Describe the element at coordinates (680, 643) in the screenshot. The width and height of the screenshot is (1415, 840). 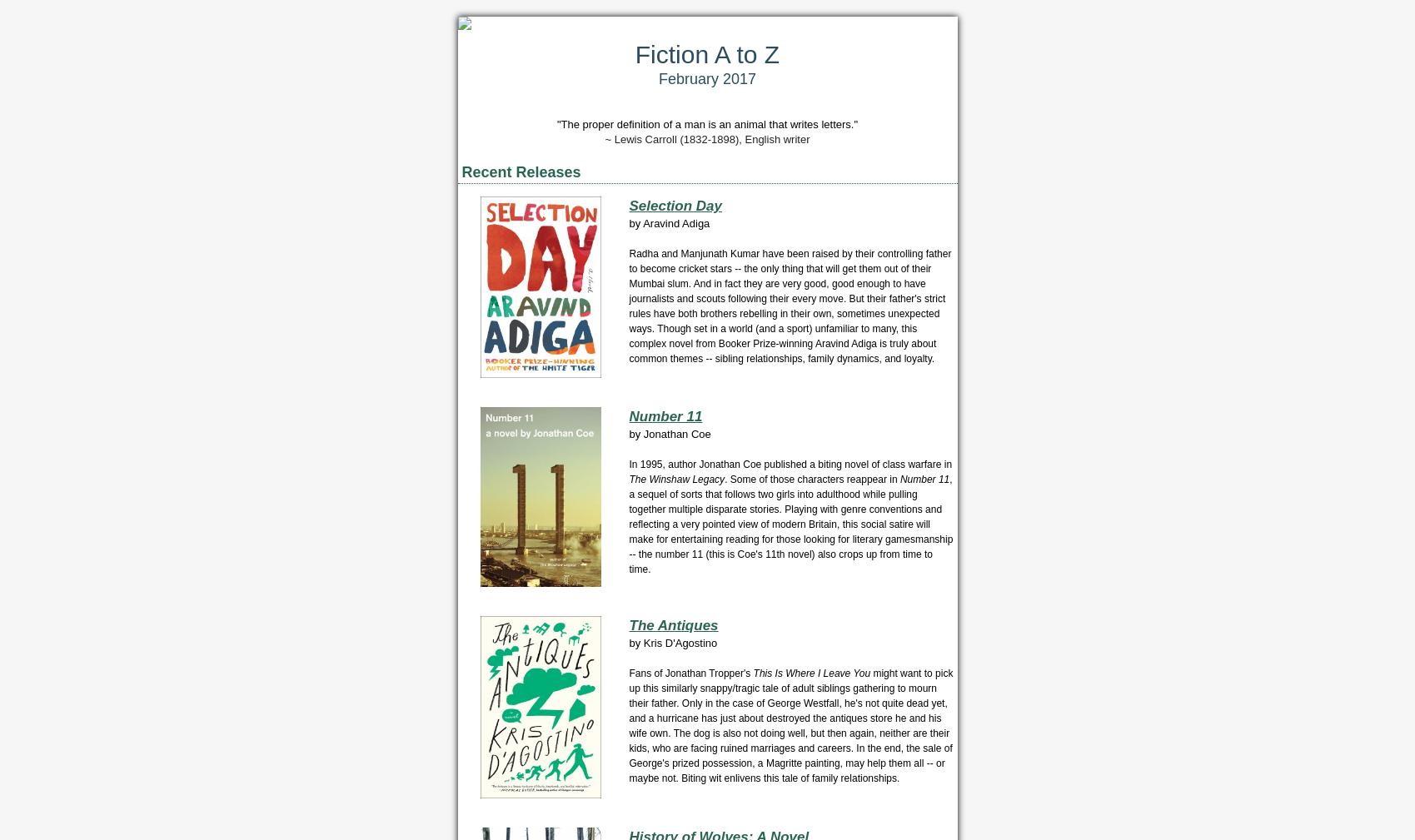
I see `'Kris D'Agostino'` at that location.